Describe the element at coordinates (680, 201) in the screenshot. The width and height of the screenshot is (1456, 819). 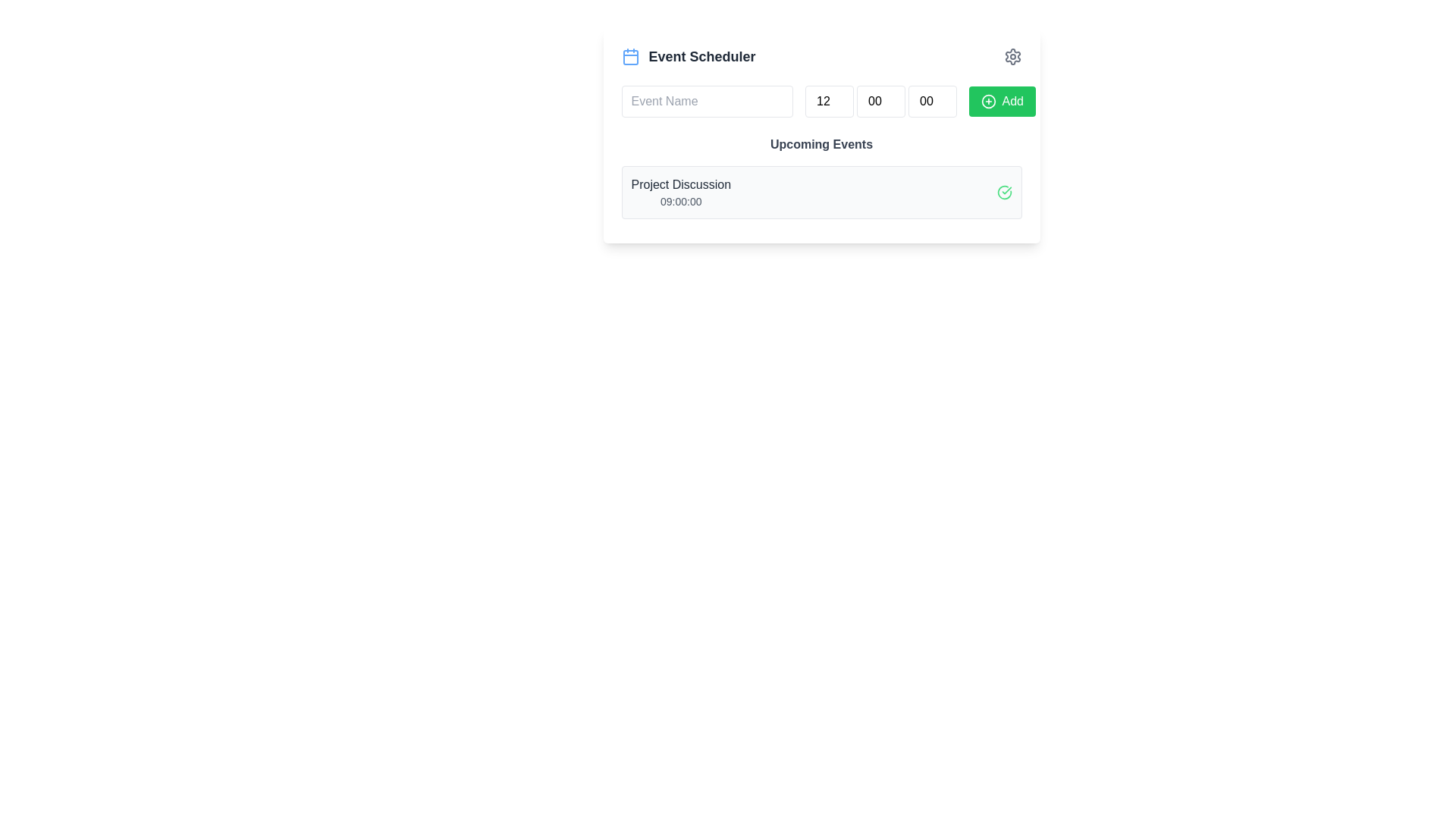
I see `the static text label displaying the start or scheduled time associated with the 'Project Discussion' item, located in the bottom-right section of the 'Project Discussion' panel` at that location.